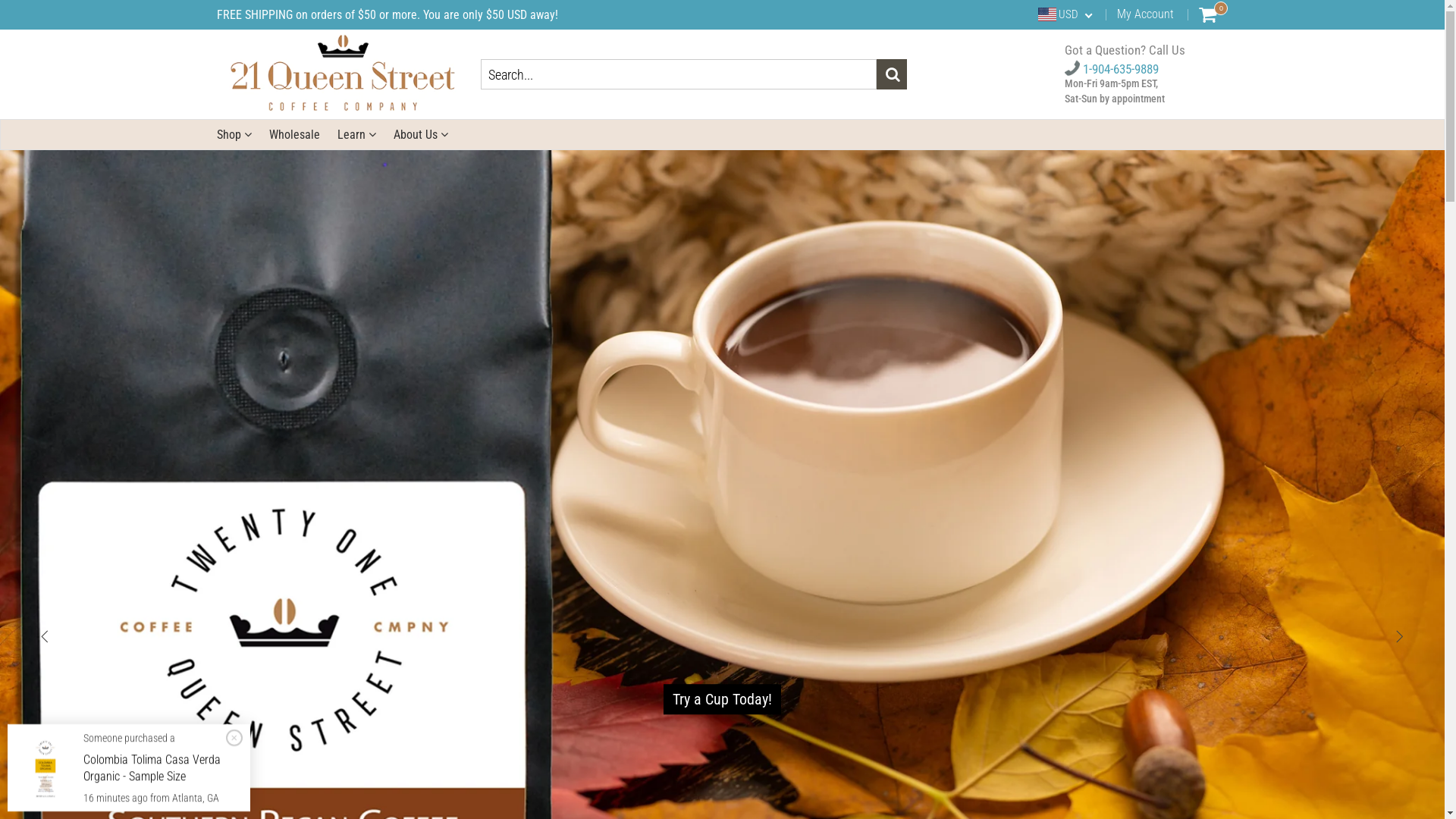 The width and height of the screenshot is (1456, 819). What do you see at coordinates (1145, 14) in the screenshot?
I see `'My Account'` at bounding box center [1145, 14].